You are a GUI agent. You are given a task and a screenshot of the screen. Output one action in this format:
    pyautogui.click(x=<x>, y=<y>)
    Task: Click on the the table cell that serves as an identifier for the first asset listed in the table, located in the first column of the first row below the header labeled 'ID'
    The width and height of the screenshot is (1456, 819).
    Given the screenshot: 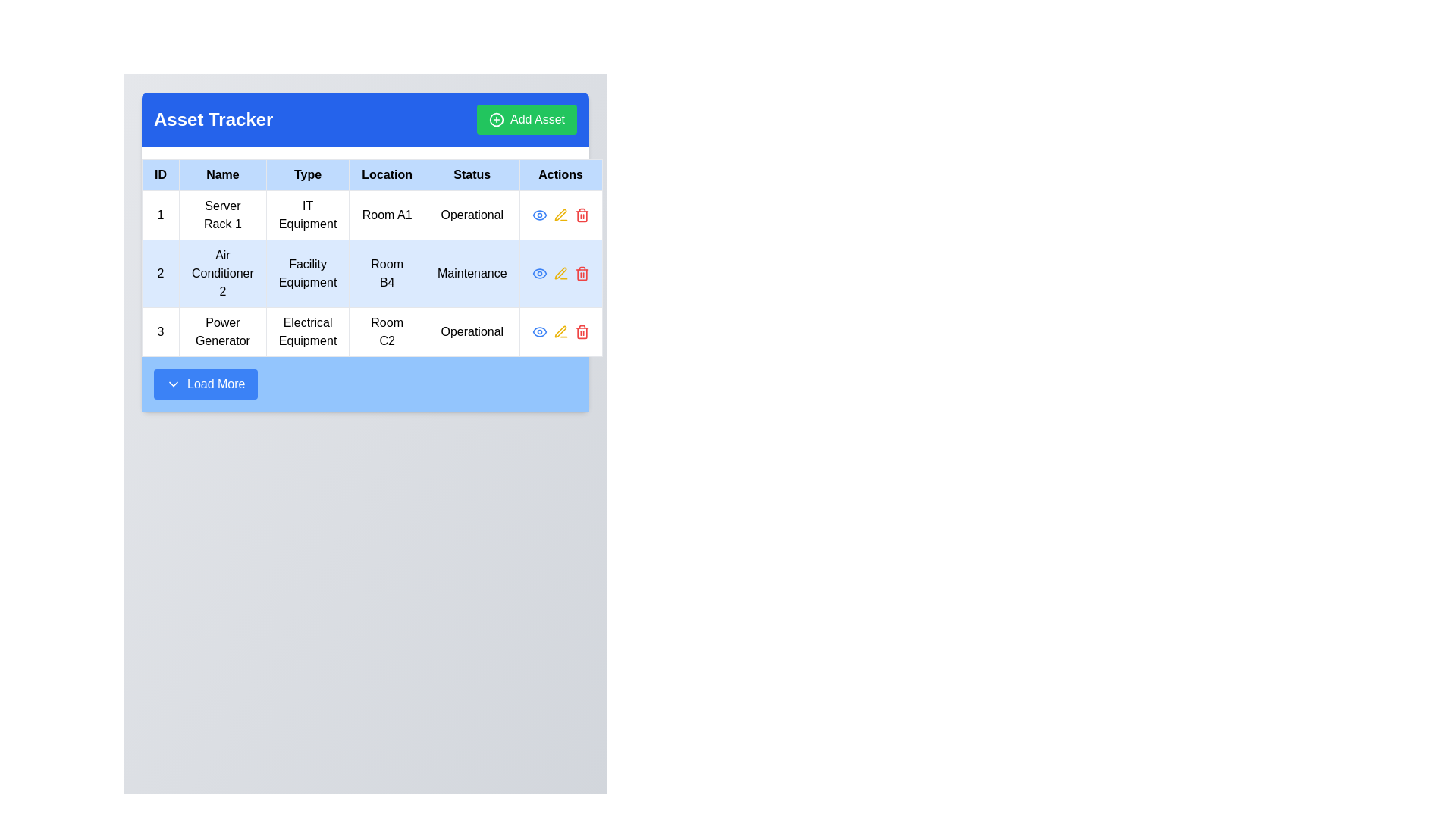 What is the action you would take?
    pyautogui.click(x=160, y=215)
    